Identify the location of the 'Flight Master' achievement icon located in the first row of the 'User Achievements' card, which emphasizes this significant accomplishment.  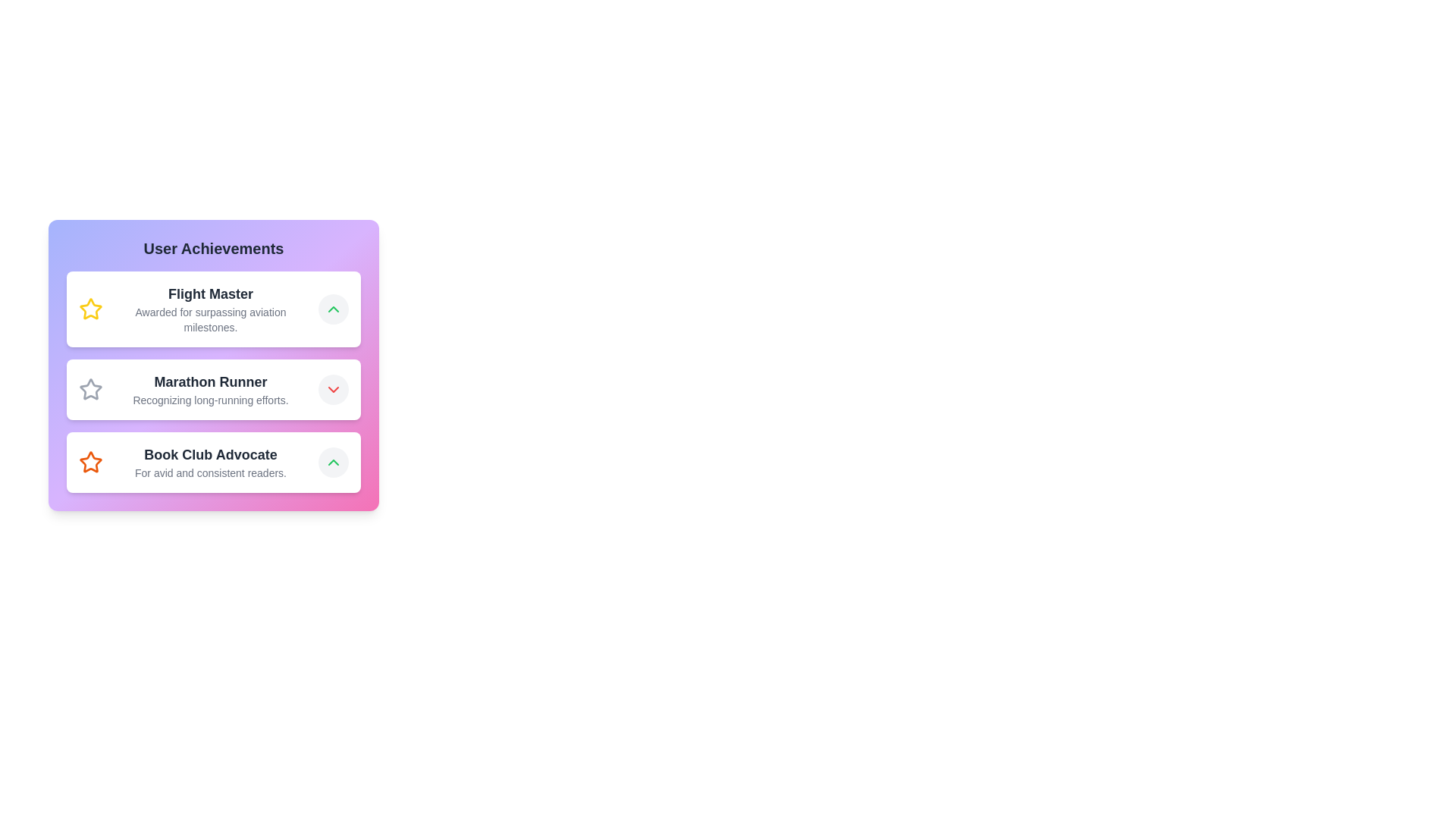
(90, 308).